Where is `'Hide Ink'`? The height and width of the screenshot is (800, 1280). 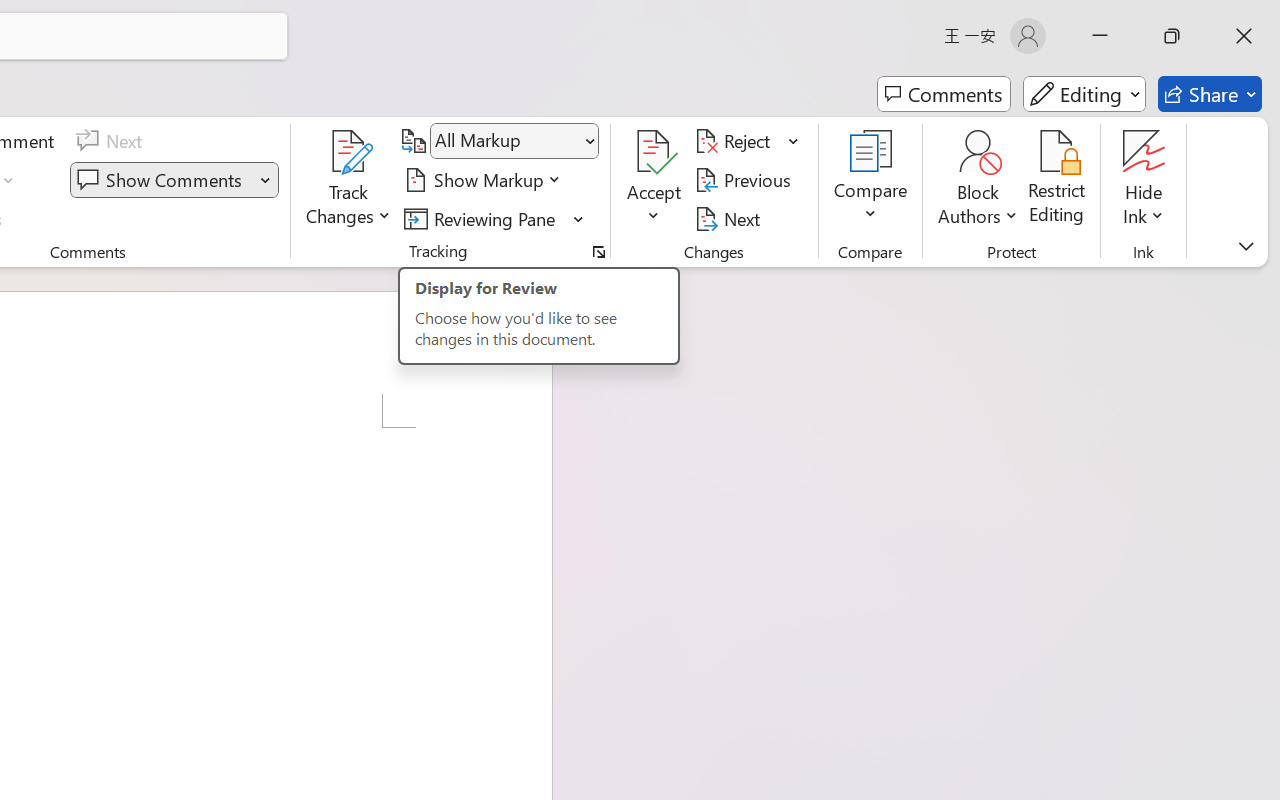
'Hide Ink' is located at coordinates (1144, 179).